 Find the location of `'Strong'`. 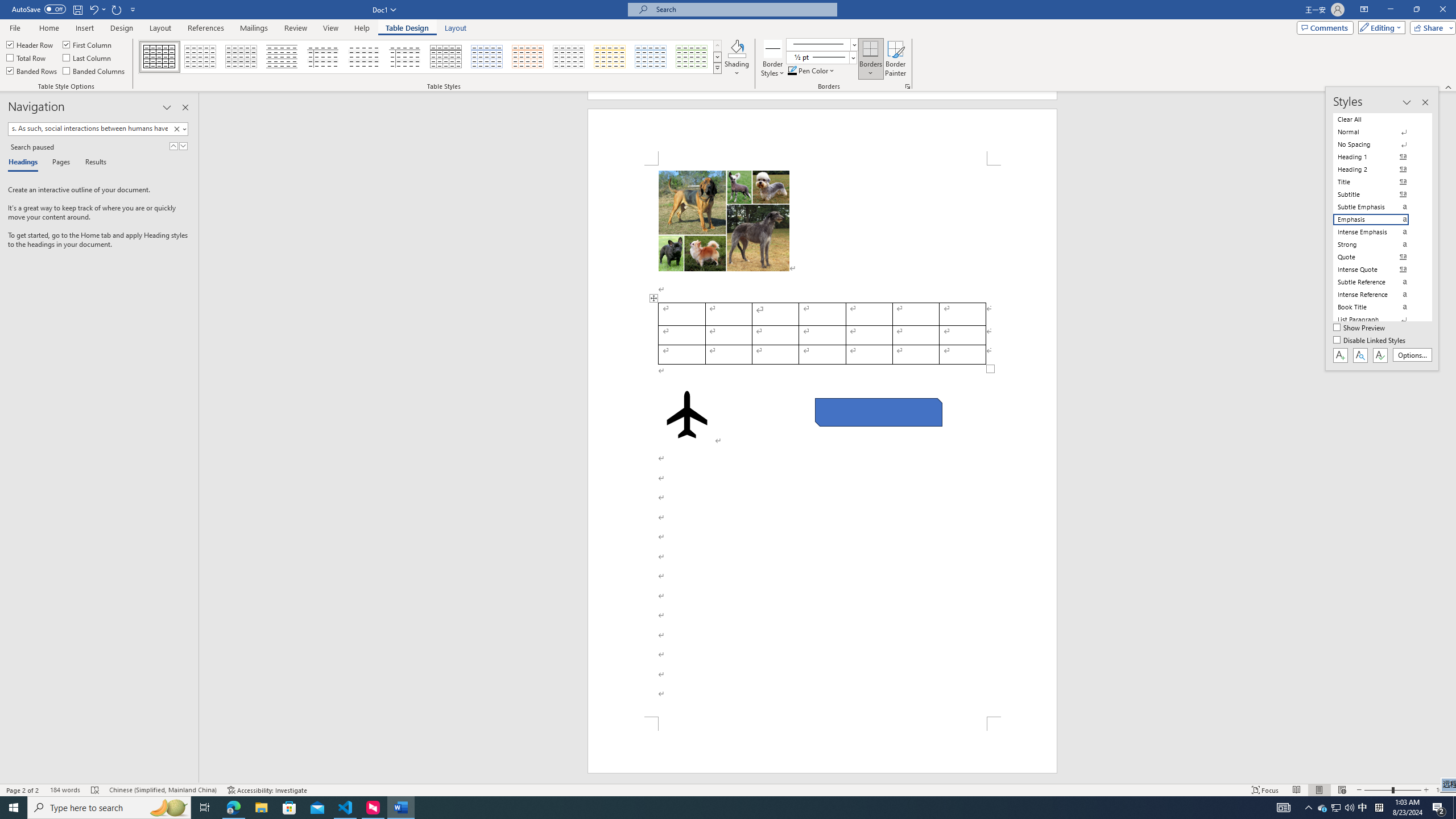

'Strong' is located at coordinates (1378, 243).